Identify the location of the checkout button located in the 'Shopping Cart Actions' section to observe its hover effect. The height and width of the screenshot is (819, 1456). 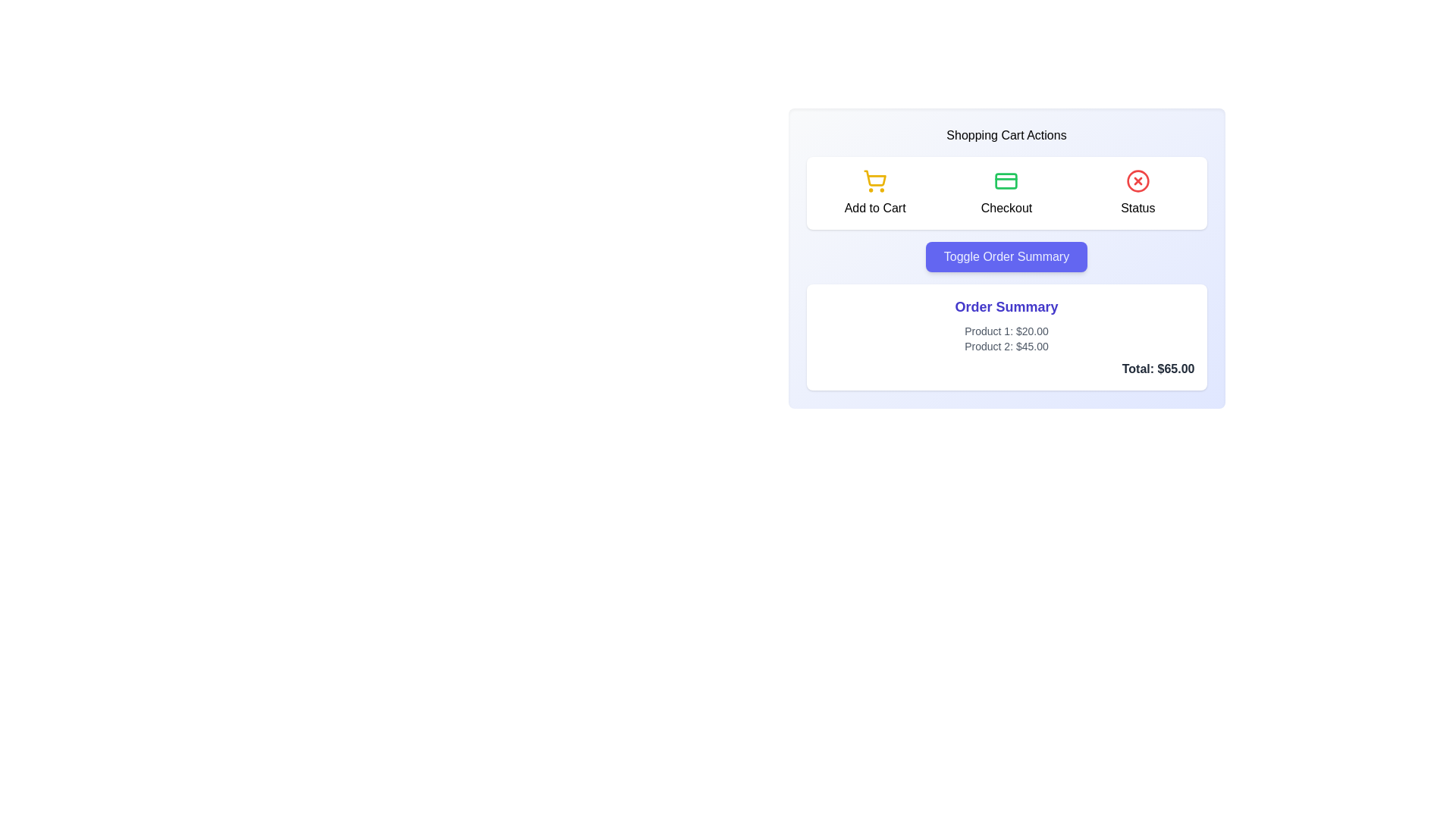
(1006, 192).